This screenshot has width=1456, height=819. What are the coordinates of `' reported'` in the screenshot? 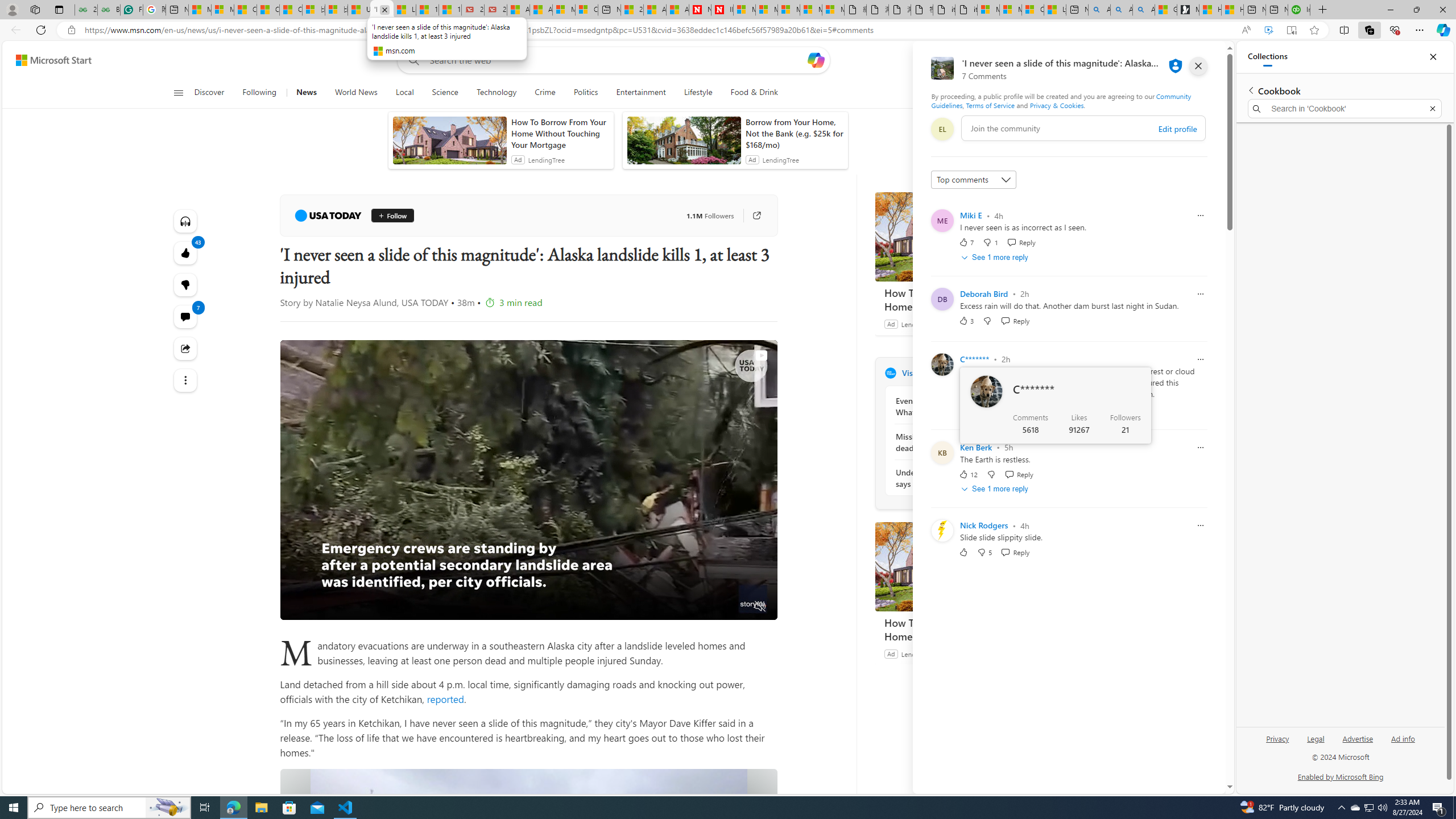 It's located at (443, 698).